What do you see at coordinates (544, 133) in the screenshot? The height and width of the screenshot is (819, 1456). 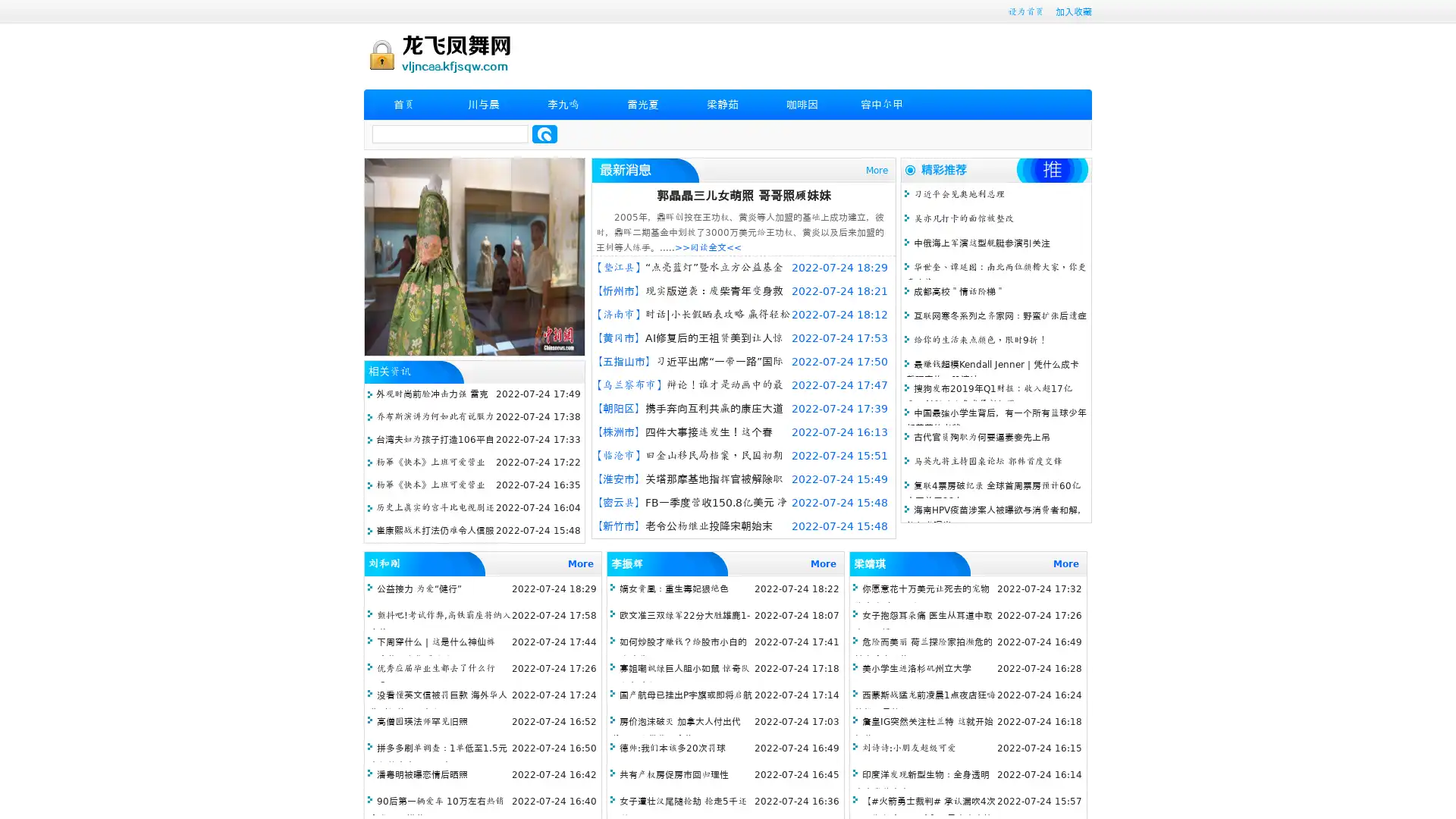 I see `Search` at bounding box center [544, 133].